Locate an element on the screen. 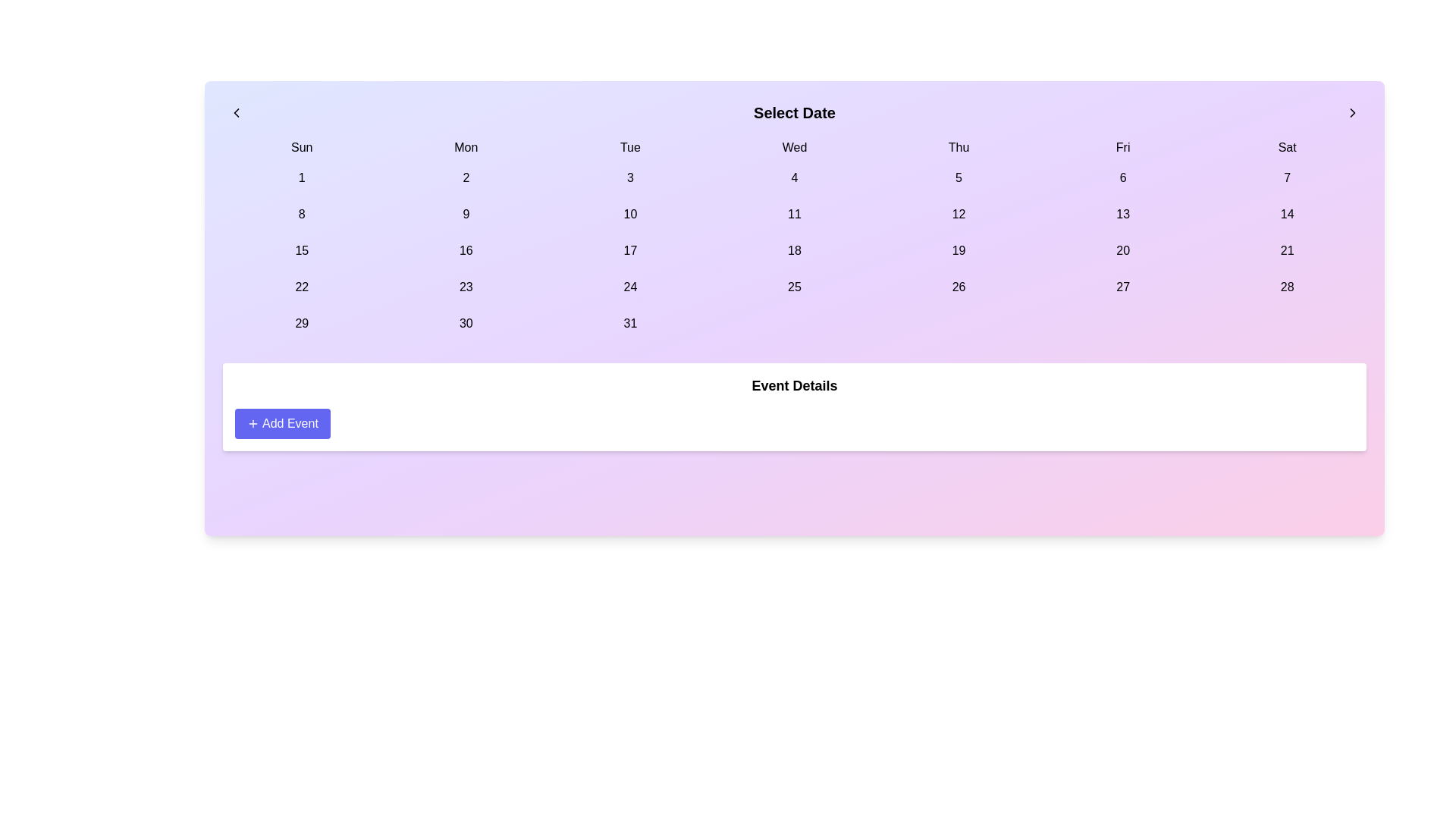 This screenshot has width=1456, height=819. the static text label indicating the weekday Thursday, which is positioned between Wednesday and Friday in the calendar widget is located at coordinates (958, 148).